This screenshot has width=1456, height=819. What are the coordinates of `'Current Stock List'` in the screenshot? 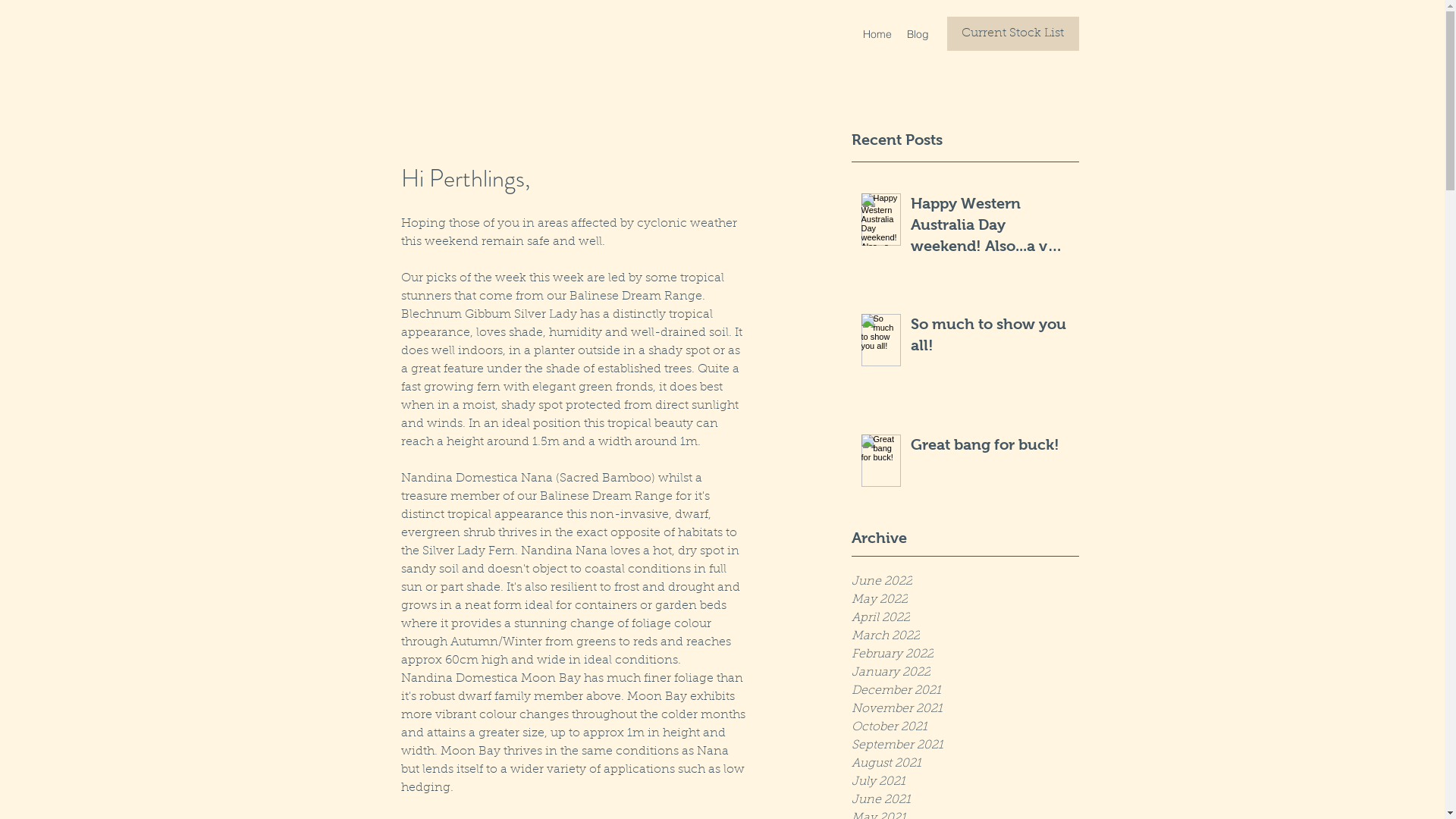 It's located at (1012, 33).